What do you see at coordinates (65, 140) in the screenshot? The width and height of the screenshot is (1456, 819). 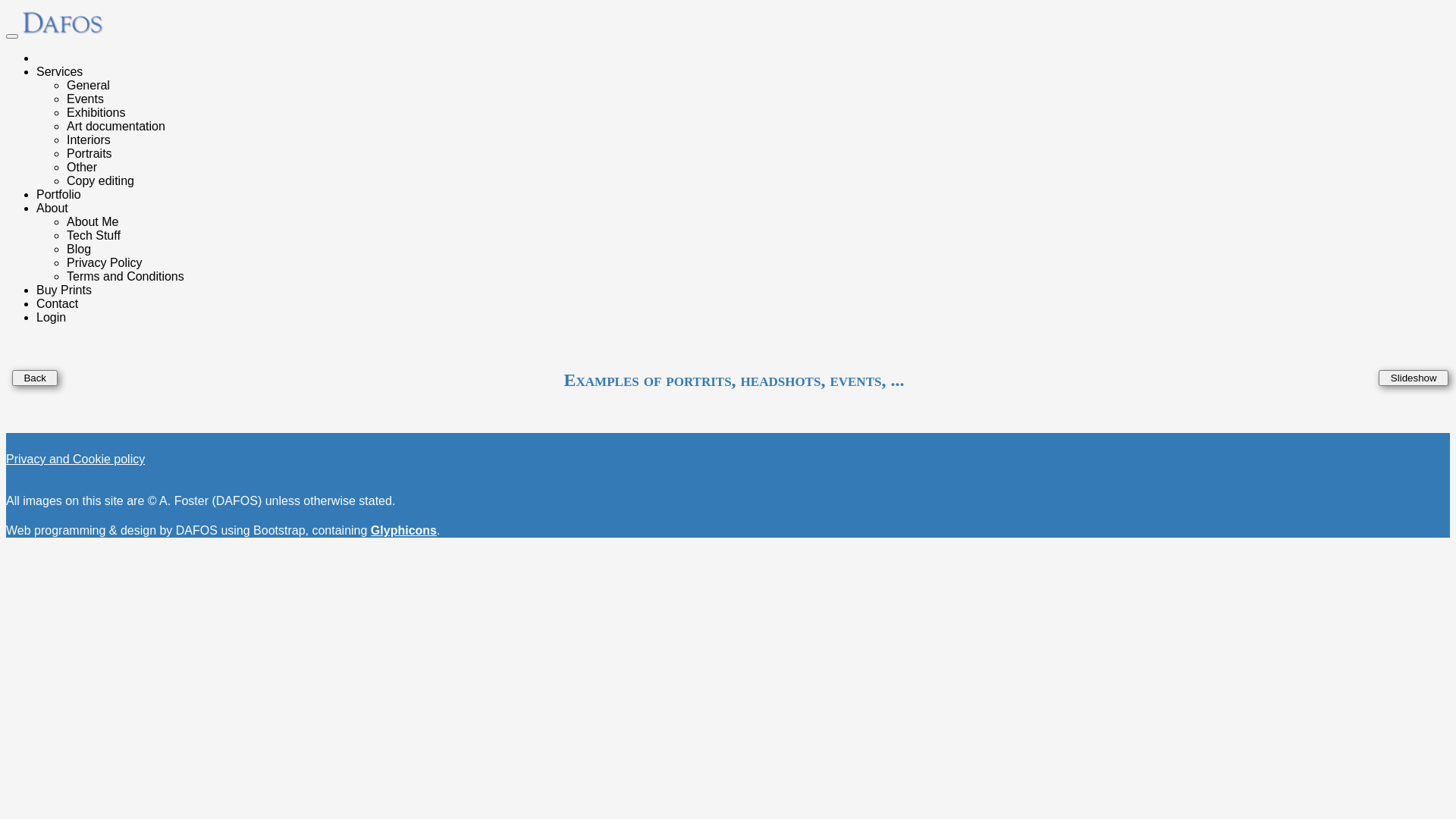 I see `'Interiors'` at bounding box center [65, 140].